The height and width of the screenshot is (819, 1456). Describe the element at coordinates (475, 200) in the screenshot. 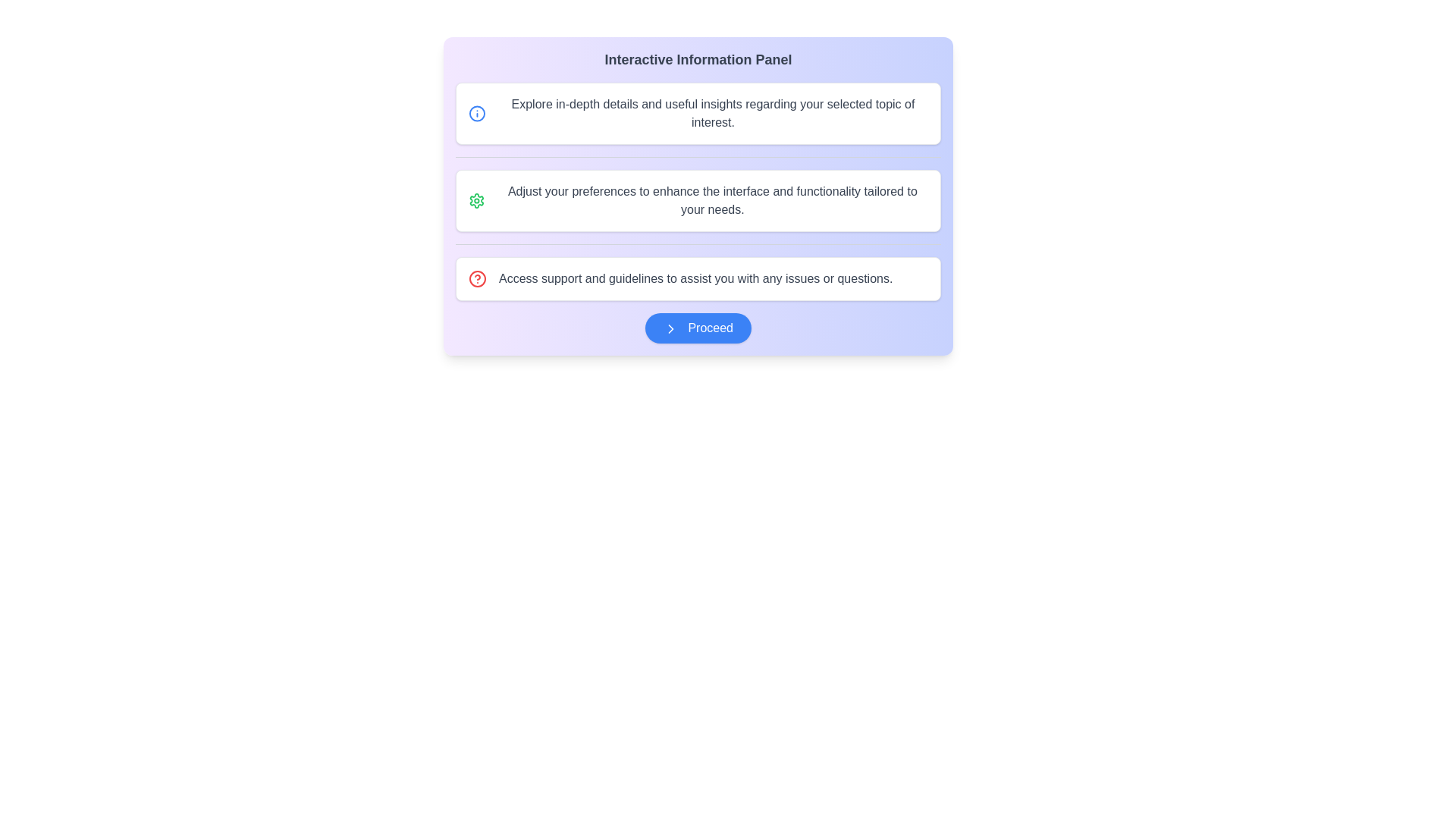

I see `the settings icon, which is part of the button in the second row of the panel, located between the 'Explore in-depth details' button and the 'Access support and guidelines' button` at that location.